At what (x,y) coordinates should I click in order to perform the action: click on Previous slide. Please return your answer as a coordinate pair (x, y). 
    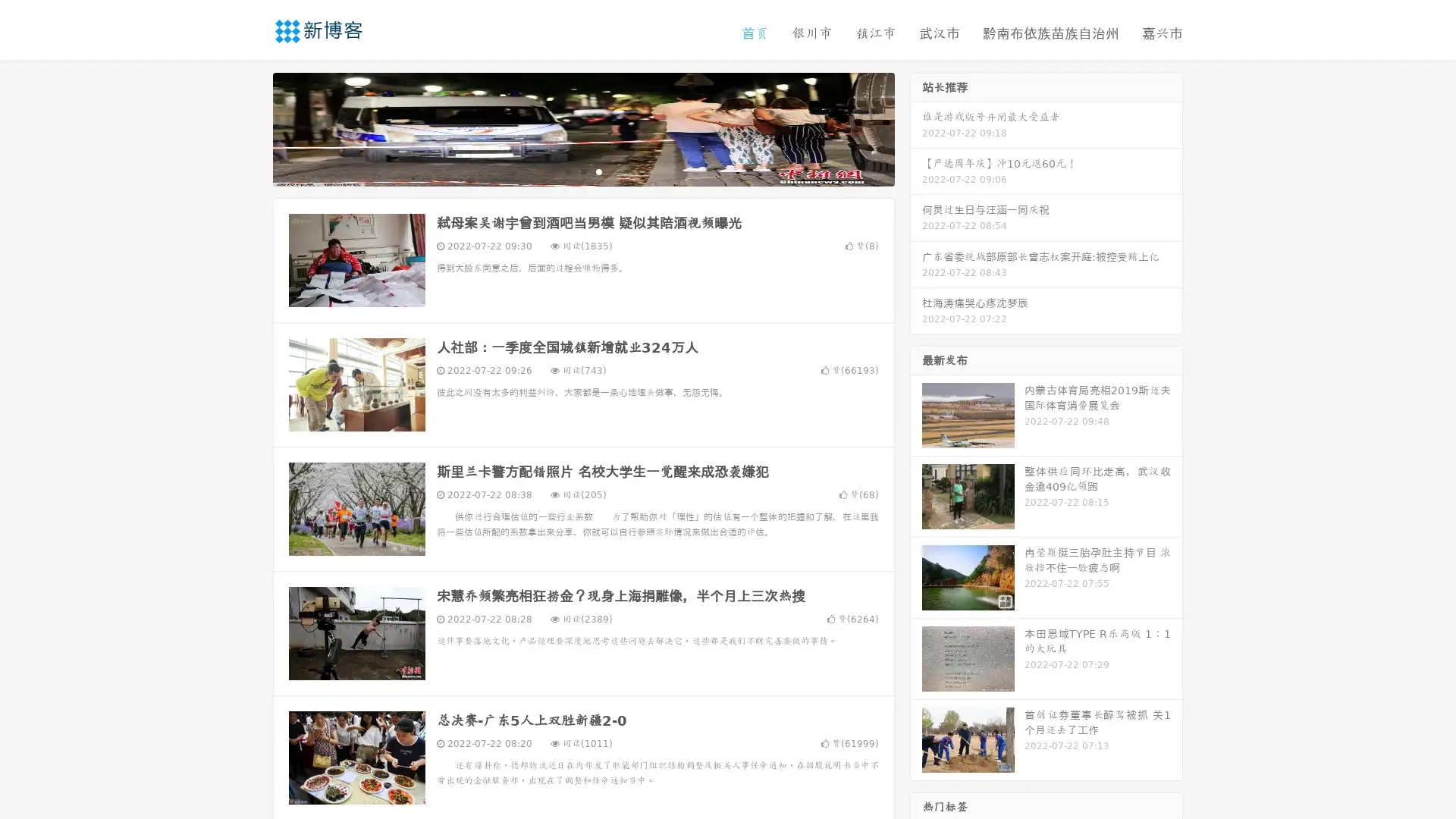
    Looking at the image, I should click on (250, 127).